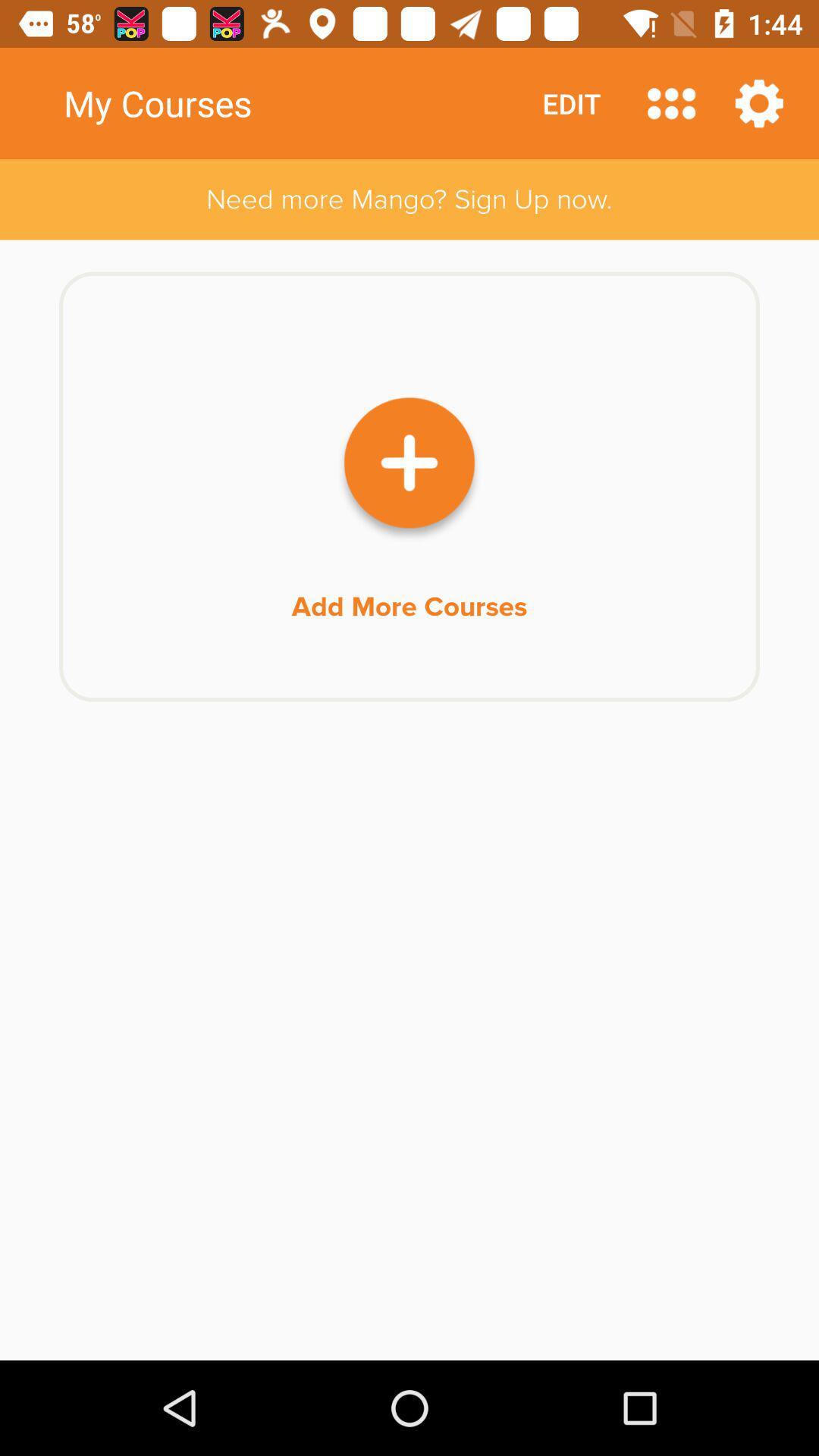 The height and width of the screenshot is (1456, 819). What do you see at coordinates (670, 102) in the screenshot?
I see `all courses` at bounding box center [670, 102].